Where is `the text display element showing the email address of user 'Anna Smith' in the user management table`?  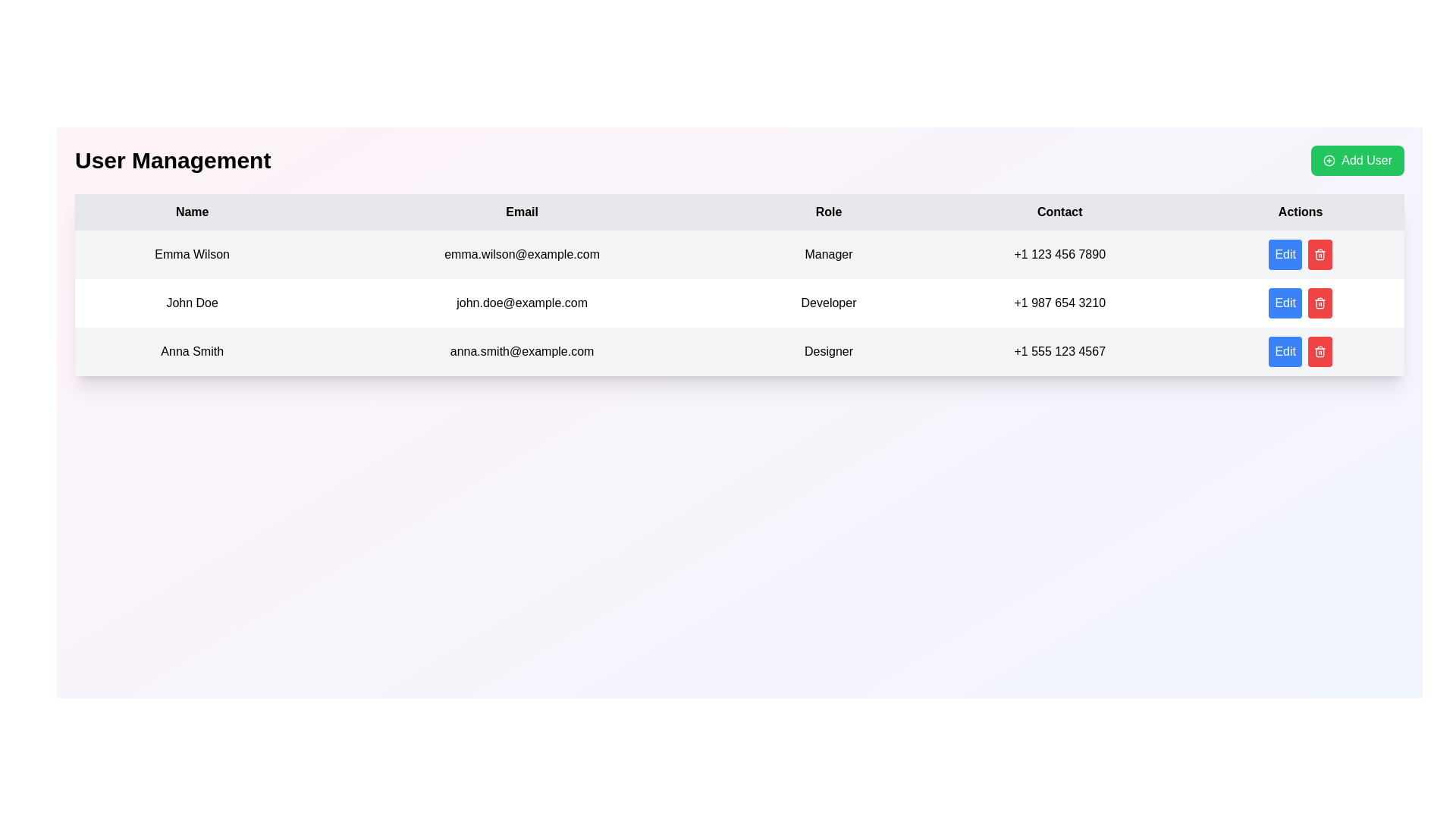 the text display element showing the email address of user 'Anna Smith' in the user management table is located at coordinates (522, 351).